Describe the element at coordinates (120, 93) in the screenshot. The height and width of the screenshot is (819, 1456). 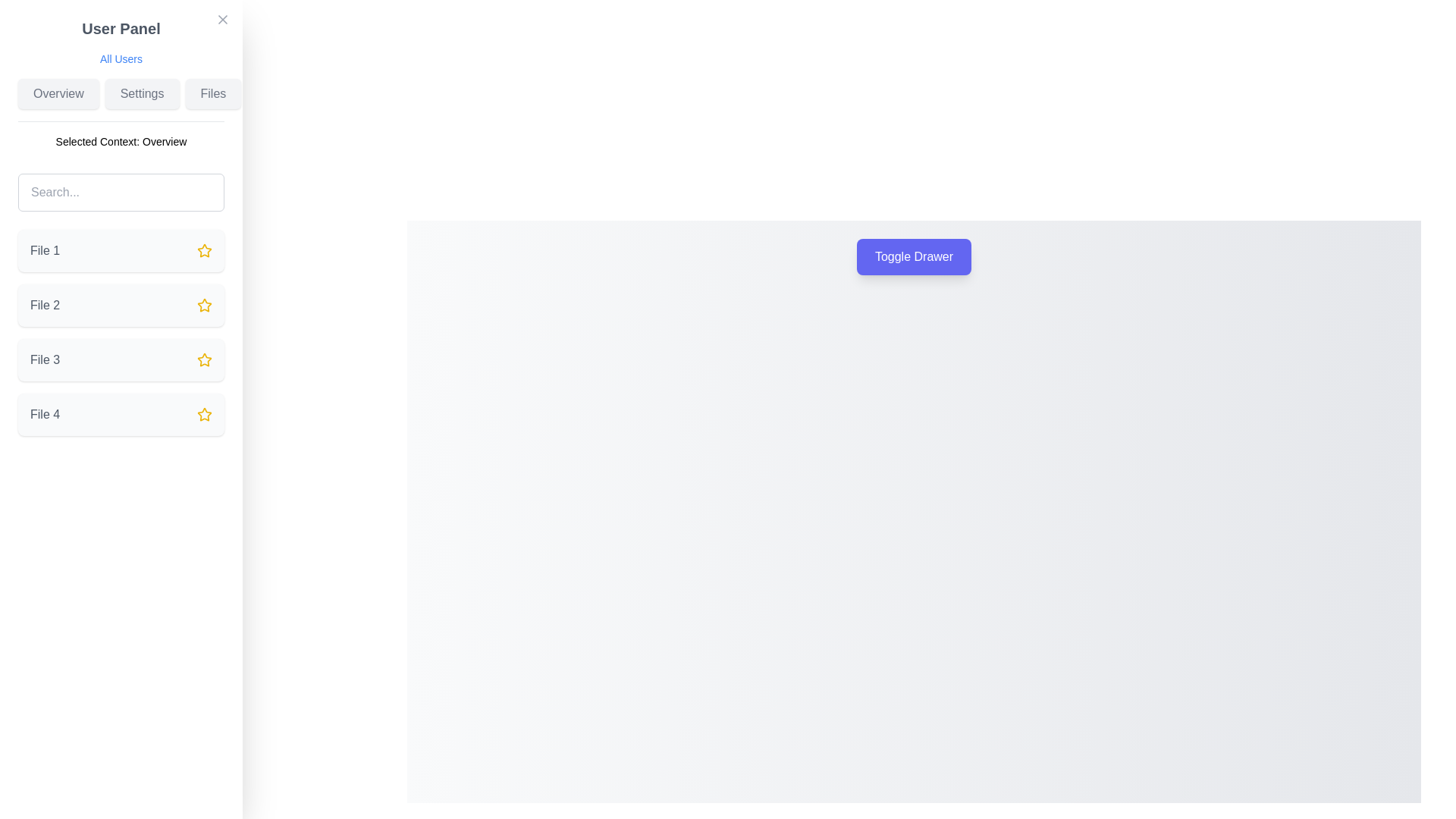
I see `the 'Settings' button, which is the second button in a group of three at the top section of the 'User Panel'` at that location.